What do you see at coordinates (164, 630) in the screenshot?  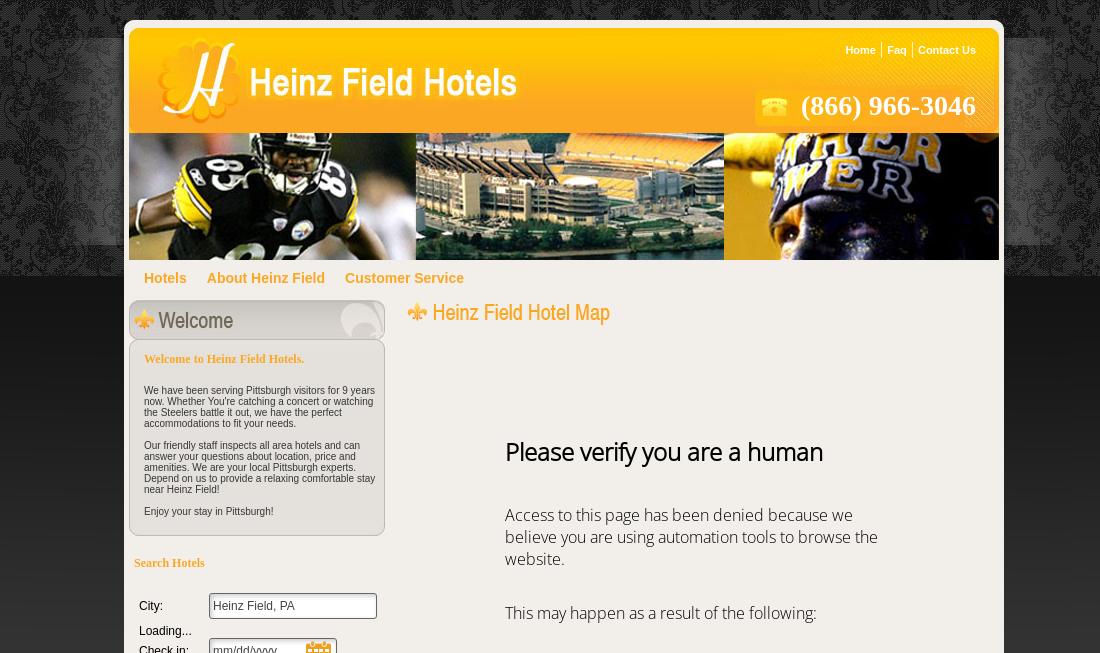 I see `'Loading...'` at bounding box center [164, 630].